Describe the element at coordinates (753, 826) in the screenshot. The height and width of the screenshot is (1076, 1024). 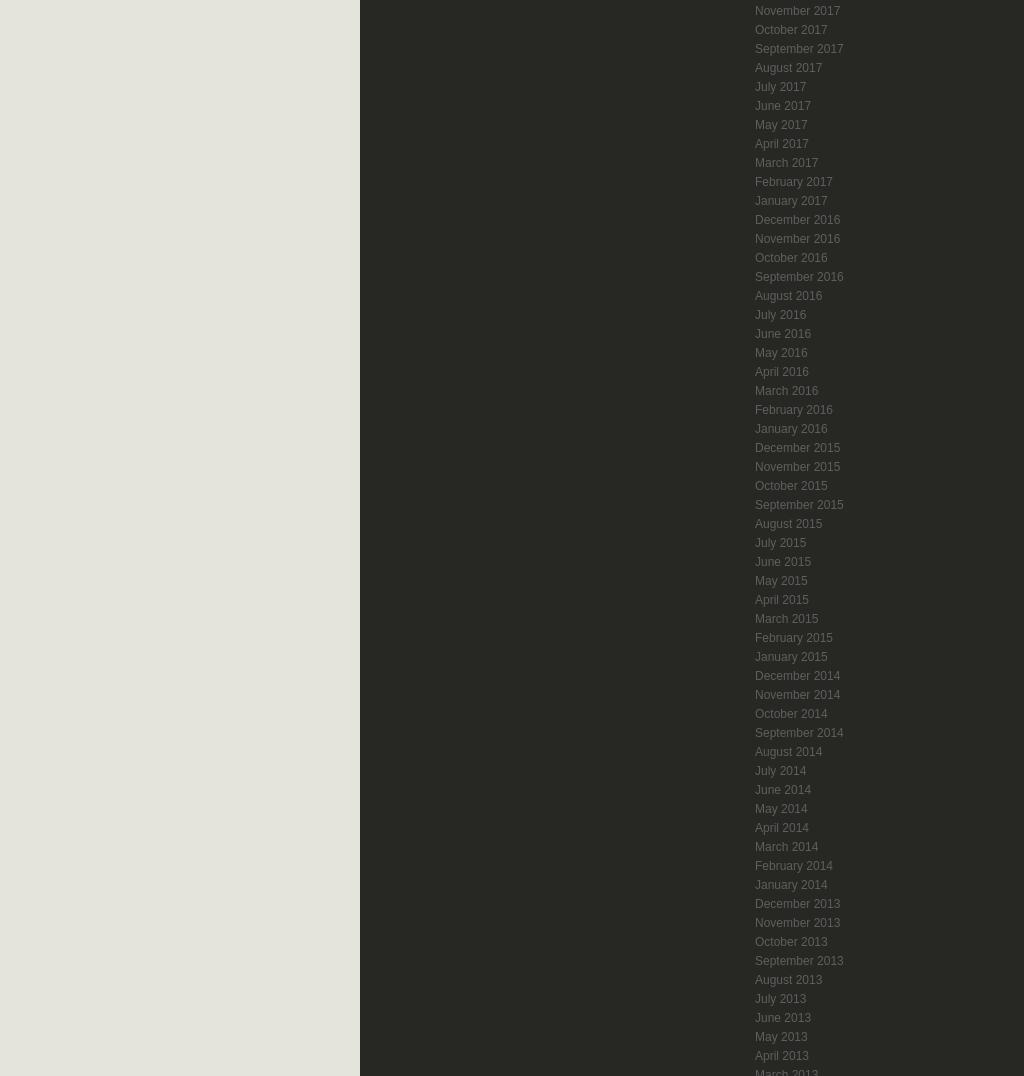
I see `'April 2014'` at that location.